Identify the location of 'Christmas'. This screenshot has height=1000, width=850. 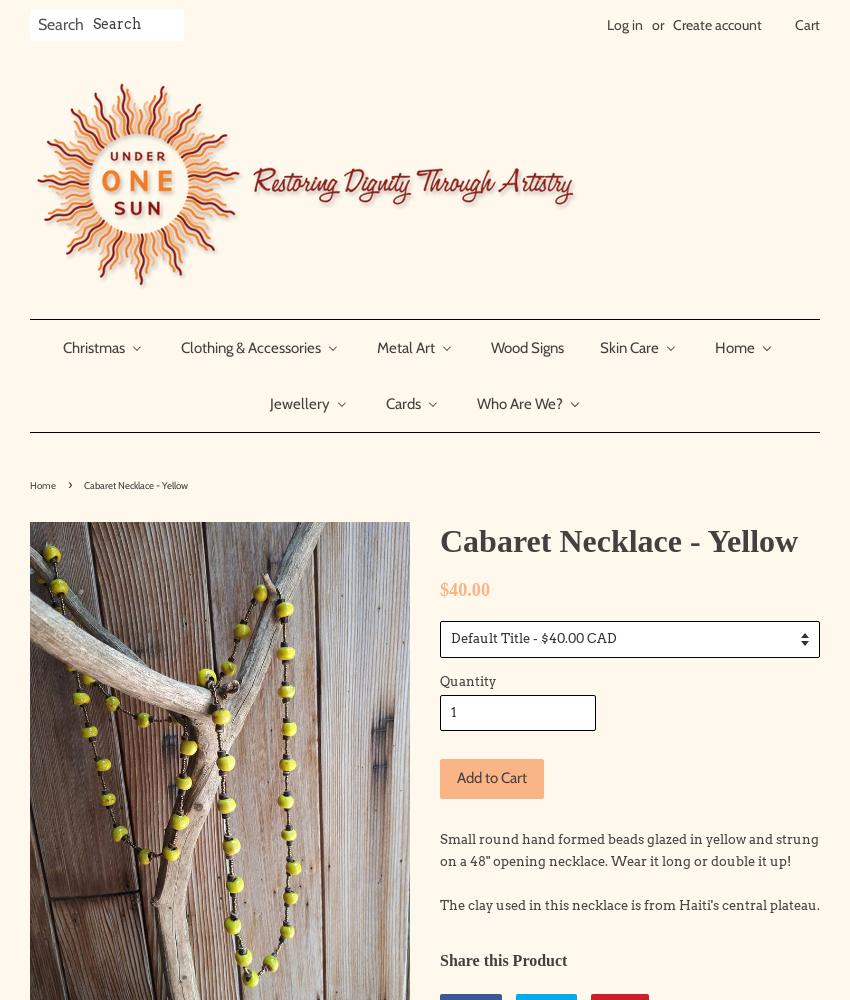
(61, 346).